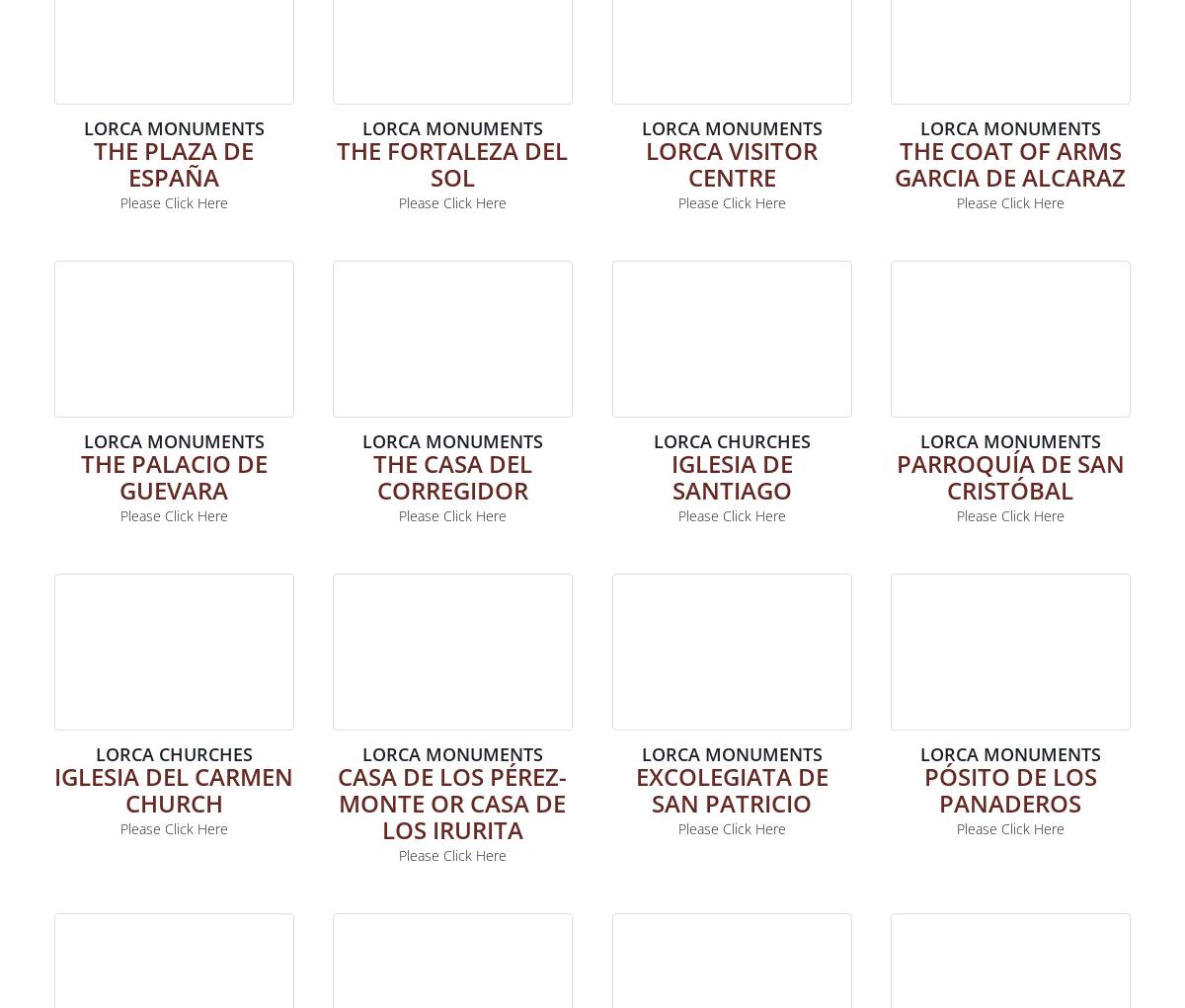 This screenshot has width=1185, height=1008. What do you see at coordinates (173, 161) in the screenshot?
I see `'THE PLAZA DE ESPAÑA'` at bounding box center [173, 161].